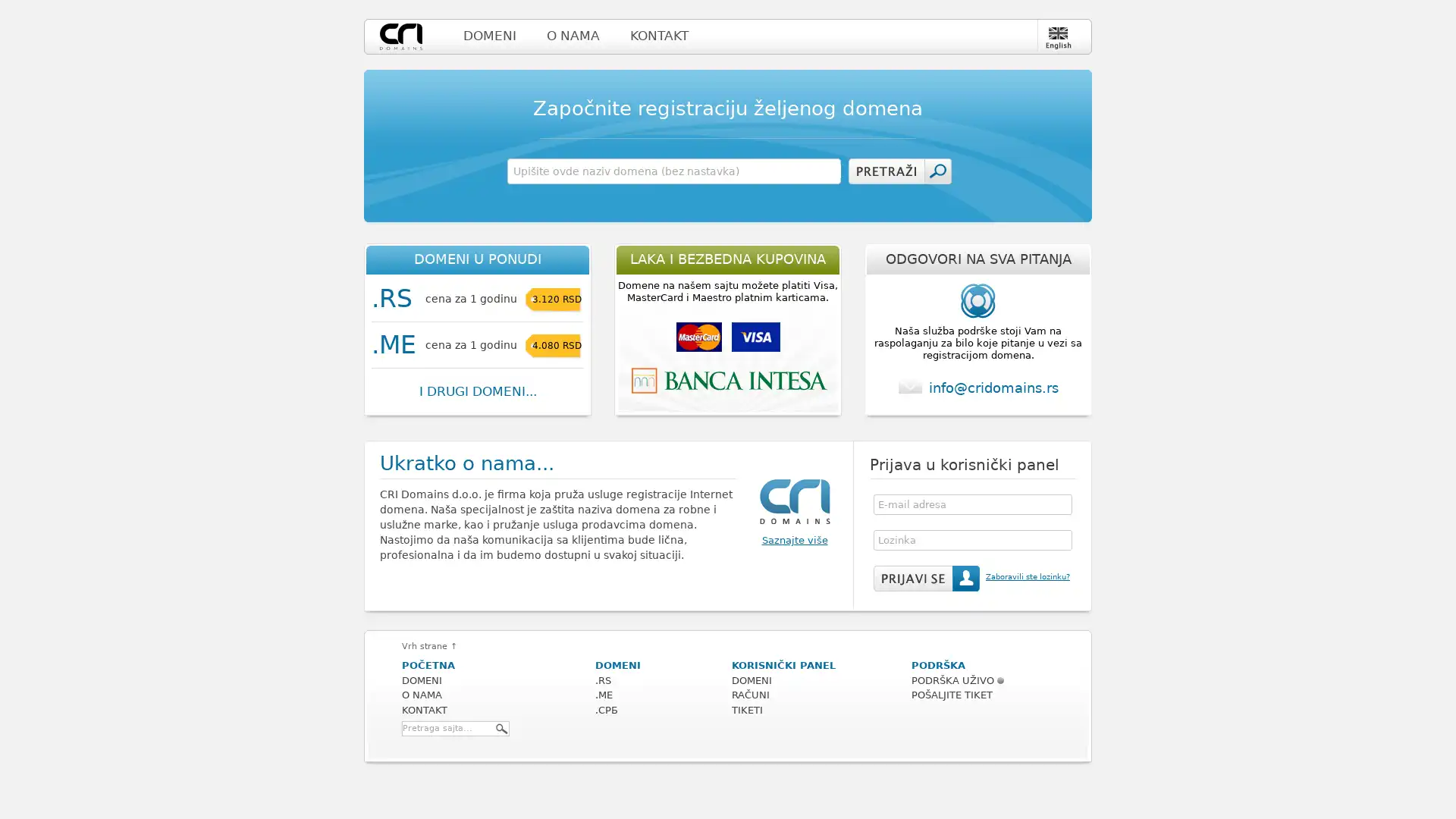  I want to click on Prijavi se, so click(926, 579).